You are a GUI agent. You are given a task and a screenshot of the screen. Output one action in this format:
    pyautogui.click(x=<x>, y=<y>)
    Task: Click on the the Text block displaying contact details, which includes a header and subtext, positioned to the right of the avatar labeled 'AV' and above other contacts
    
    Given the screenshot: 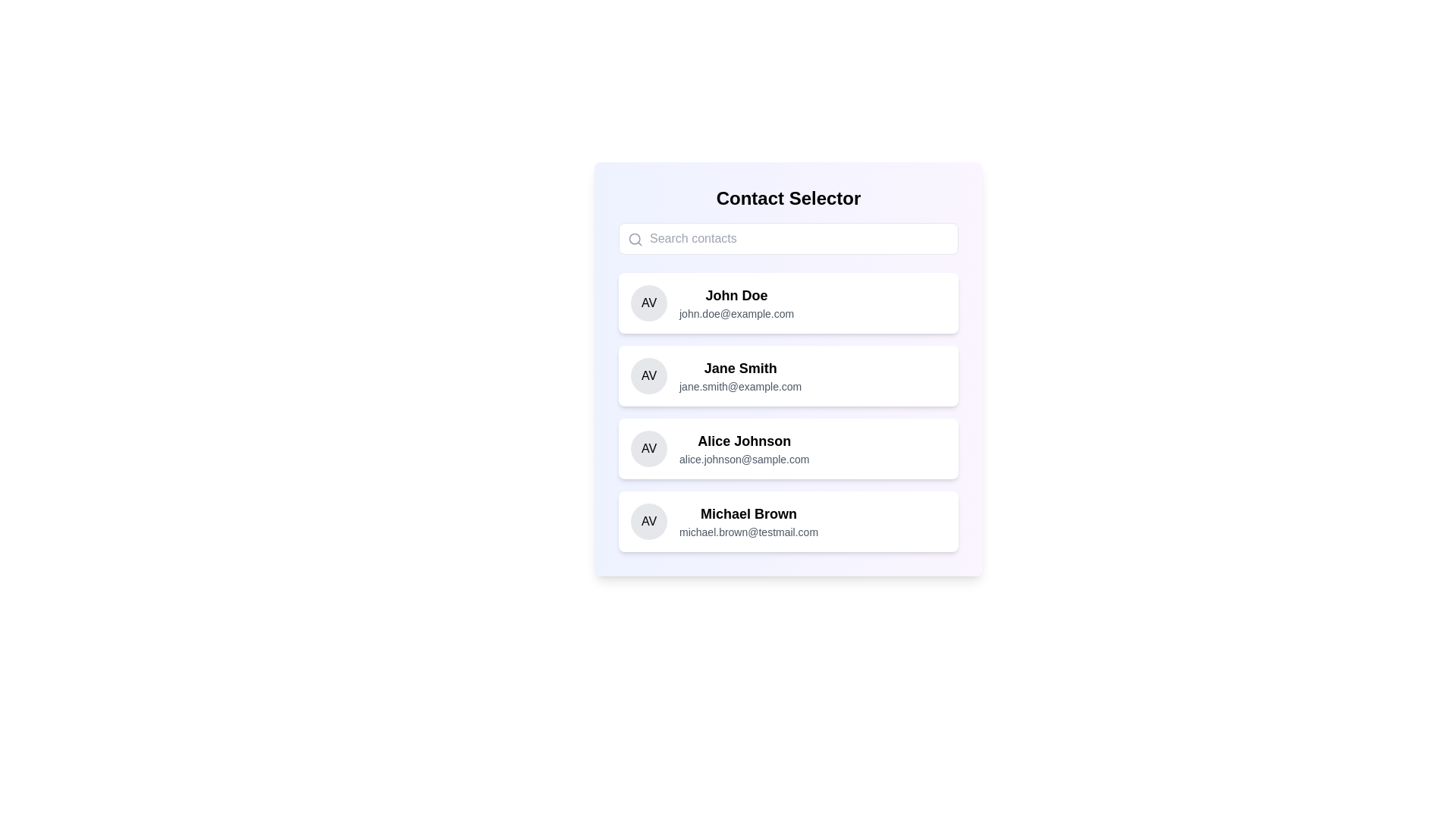 What is the action you would take?
    pyautogui.click(x=736, y=303)
    